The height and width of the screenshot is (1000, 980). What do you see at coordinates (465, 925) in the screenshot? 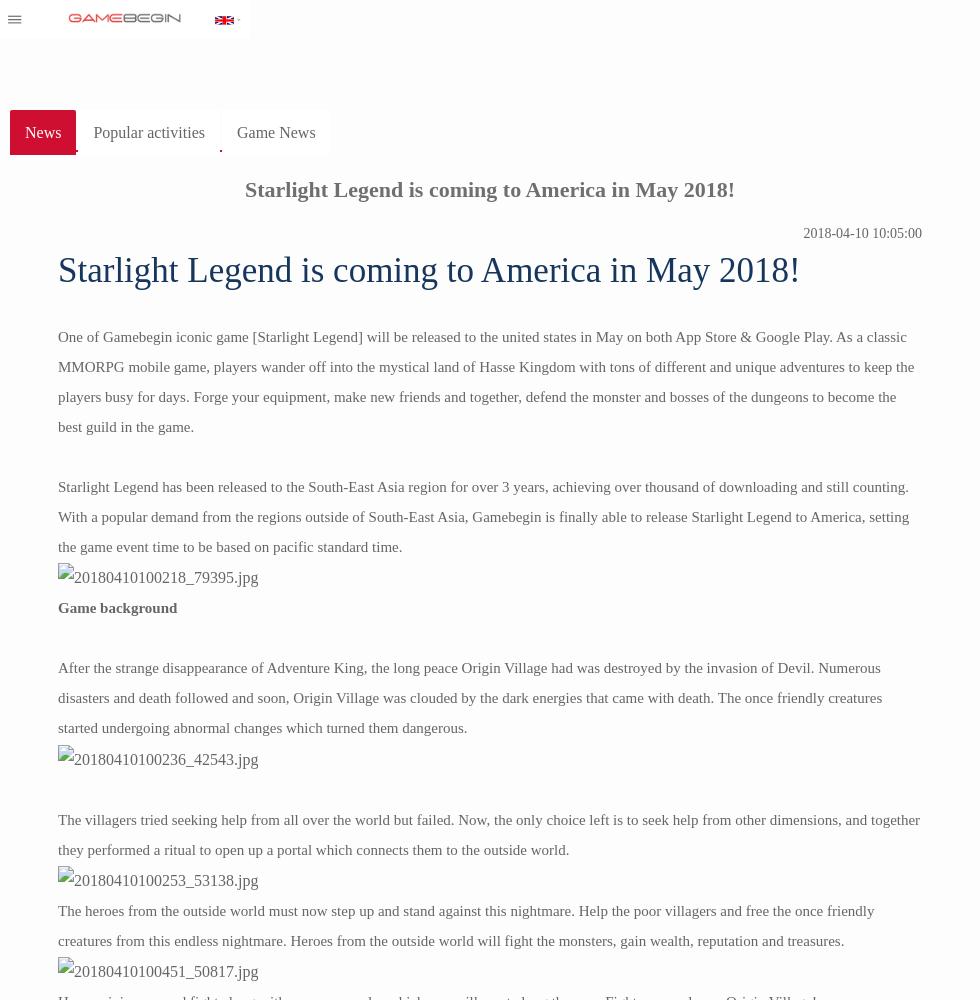
I see `'The heroes from the outside world must now step up and stand against this nightmare. Help the poor villagers and free the once friendly creatures from this endless nightmare. Heroes from the outside world will fight the monsters, gain wealth, reputation and treasures.'` at bounding box center [465, 925].